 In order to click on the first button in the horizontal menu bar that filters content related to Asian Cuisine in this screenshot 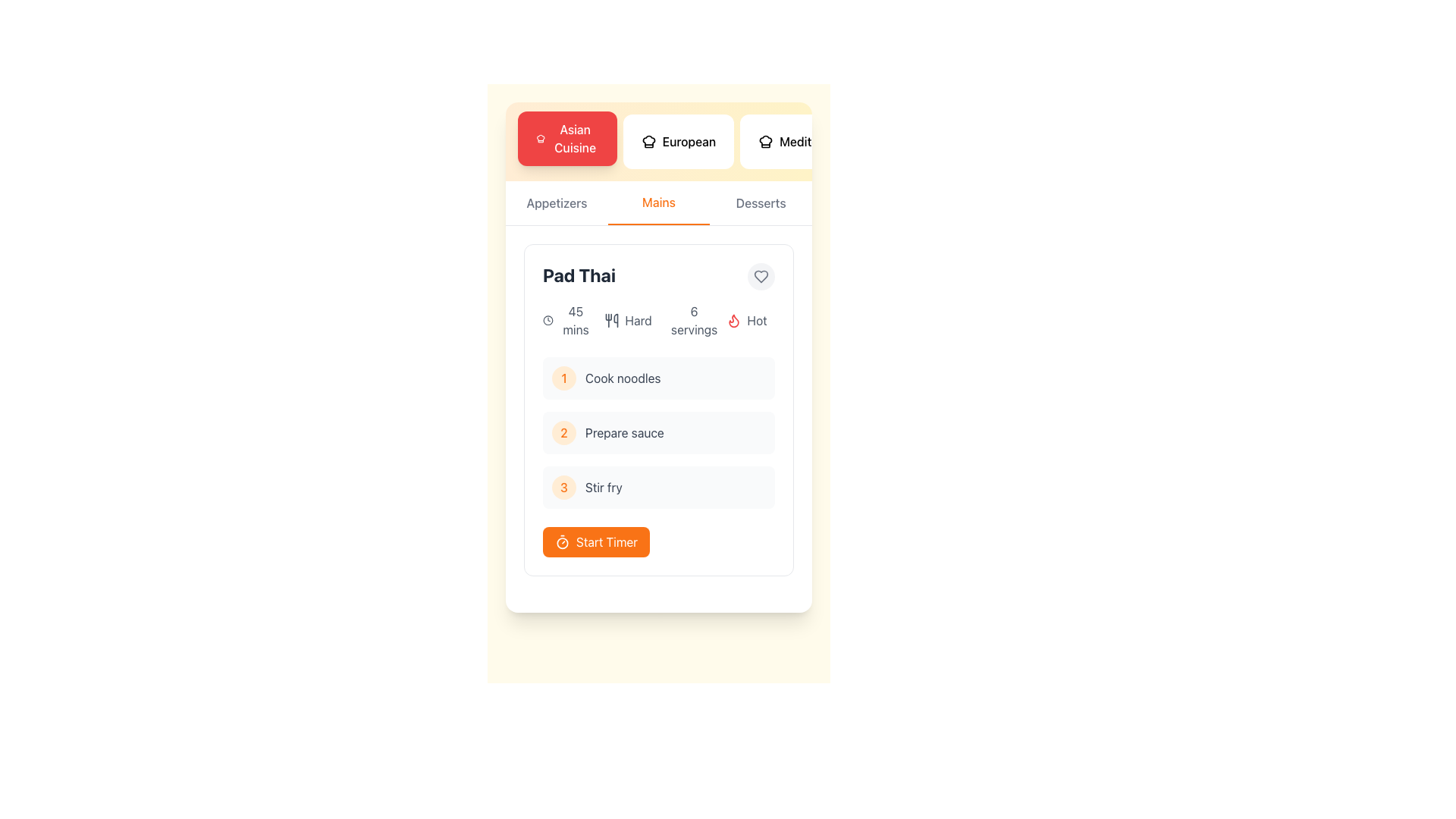, I will do `click(566, 138)`.